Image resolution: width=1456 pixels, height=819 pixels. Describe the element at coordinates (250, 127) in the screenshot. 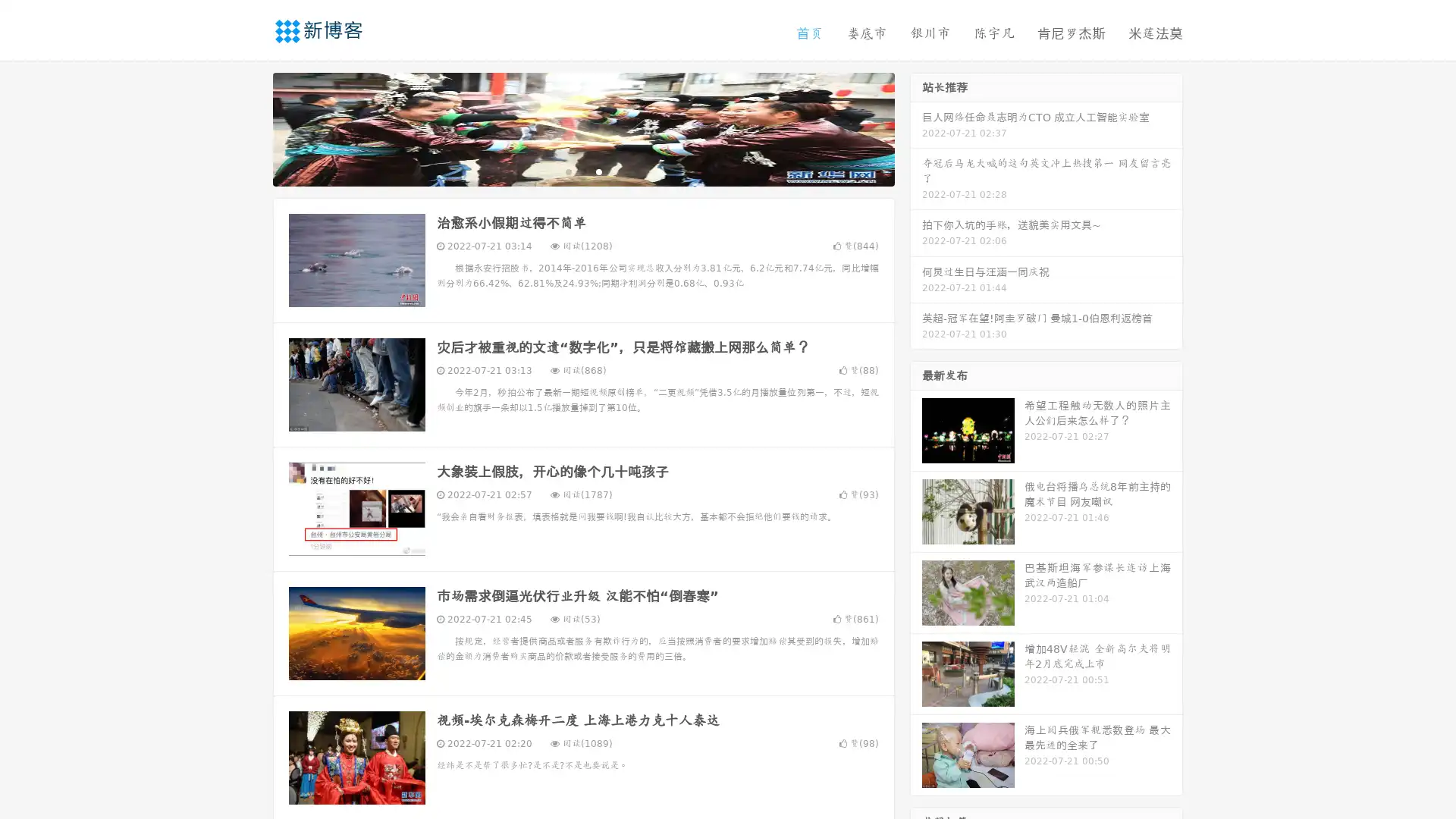

I see `Previous slide` at that location.